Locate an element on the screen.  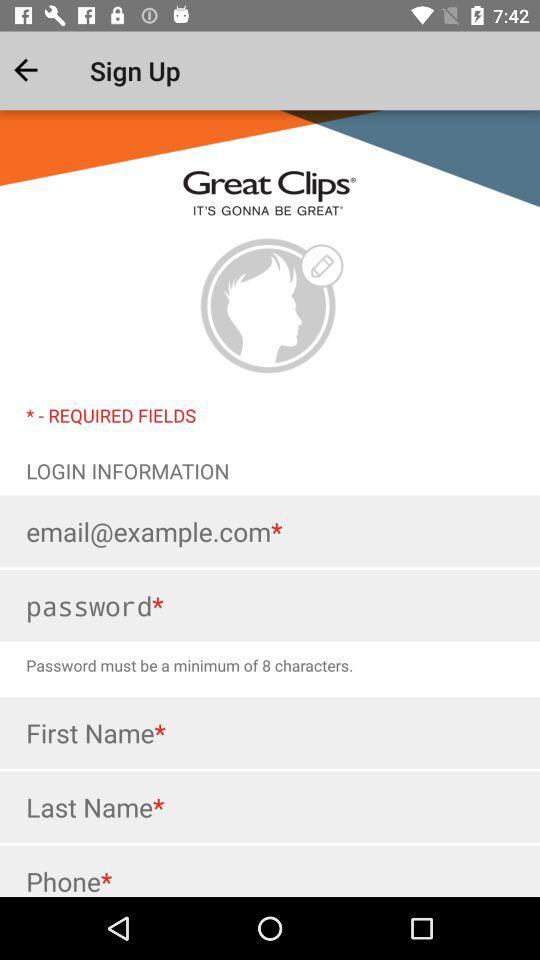
email address is located at coordinates (270, 530).